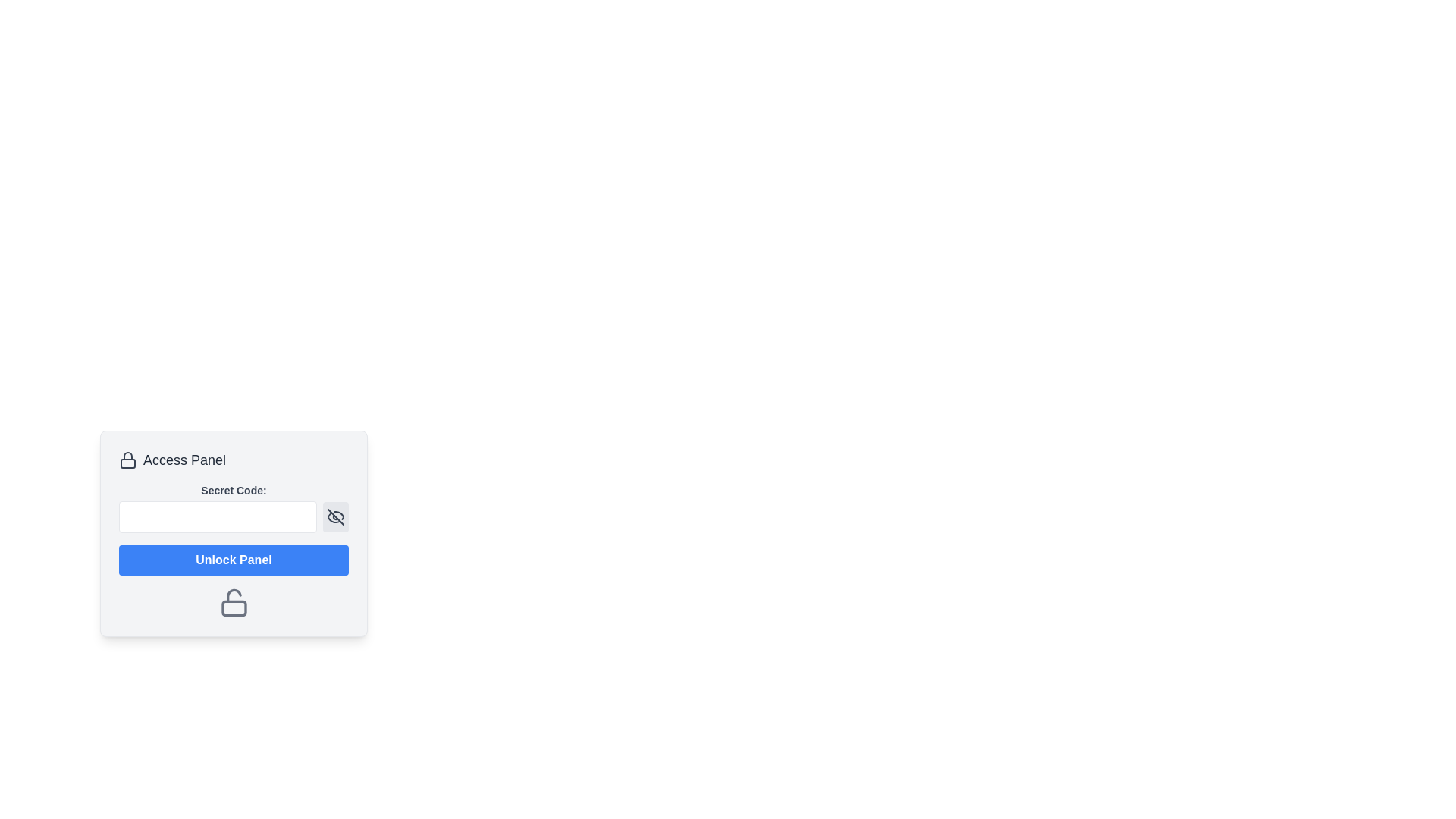 The image size is (1456, 819). I want to click on the unlock state icon positioned below the 'Unlock Panel' button, which serves as a visual cue for unlocking functionality, so click(233, 601).